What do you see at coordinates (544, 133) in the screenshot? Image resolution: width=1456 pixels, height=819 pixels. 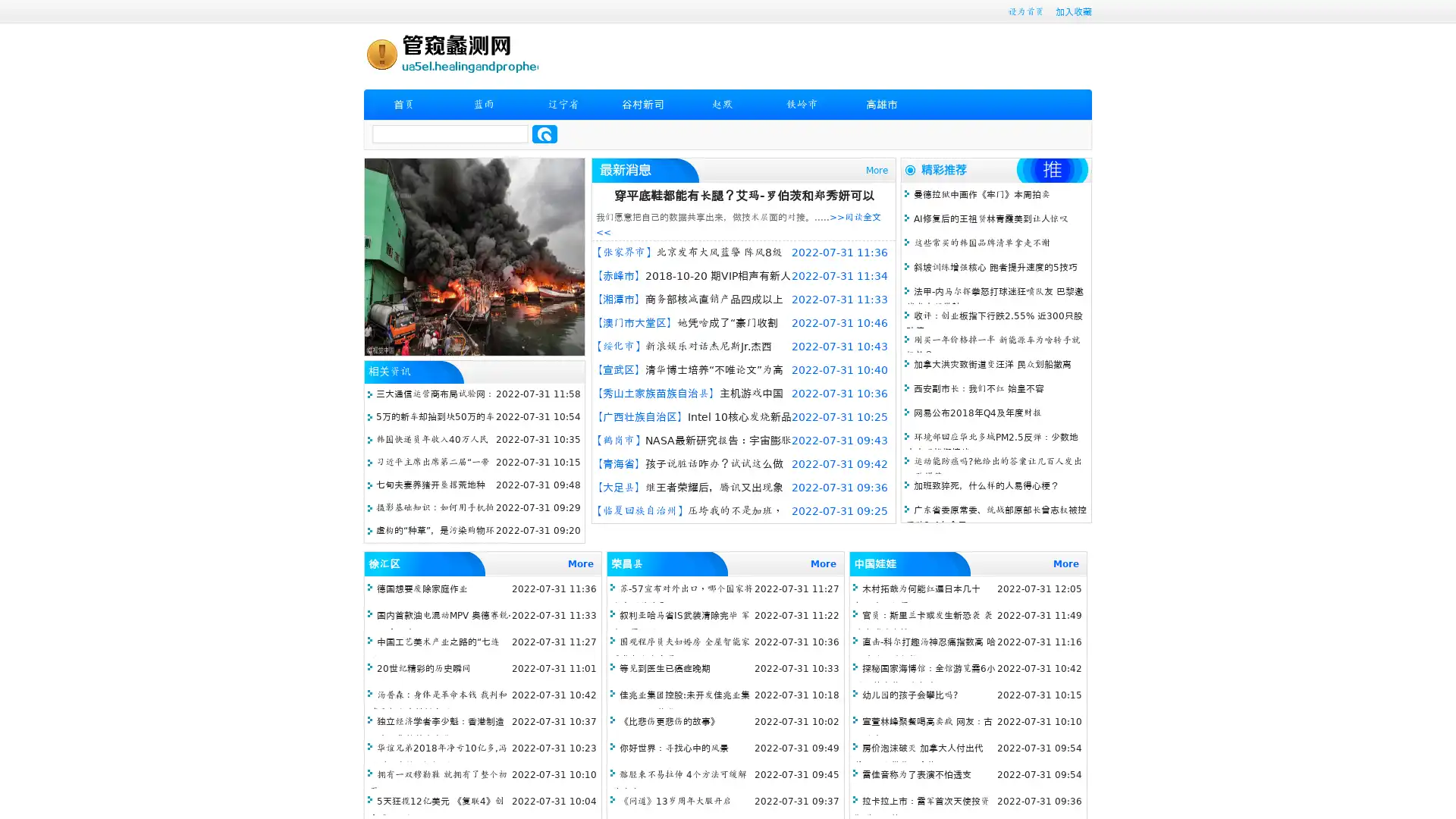 I see `Search` at bounding box center [544, 133].